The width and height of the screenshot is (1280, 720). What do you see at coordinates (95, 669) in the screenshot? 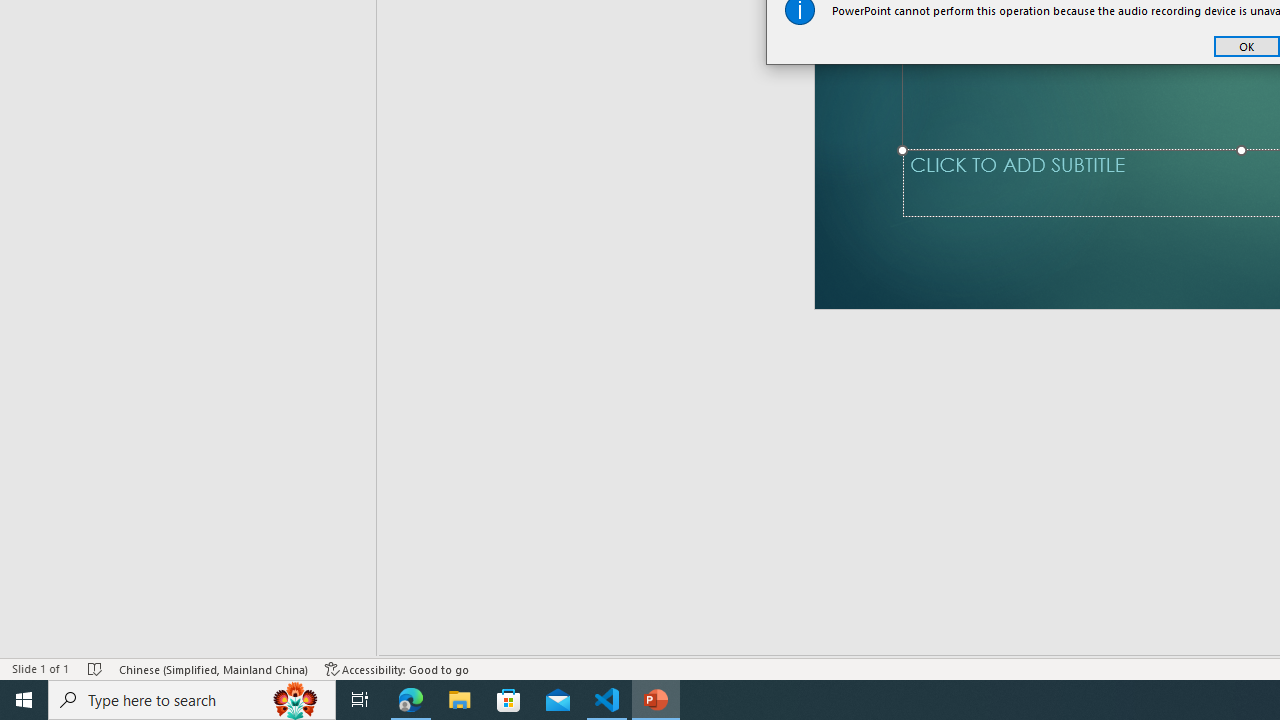
I see `'Spell Check No Errors'` at bounding box center [95, 669].